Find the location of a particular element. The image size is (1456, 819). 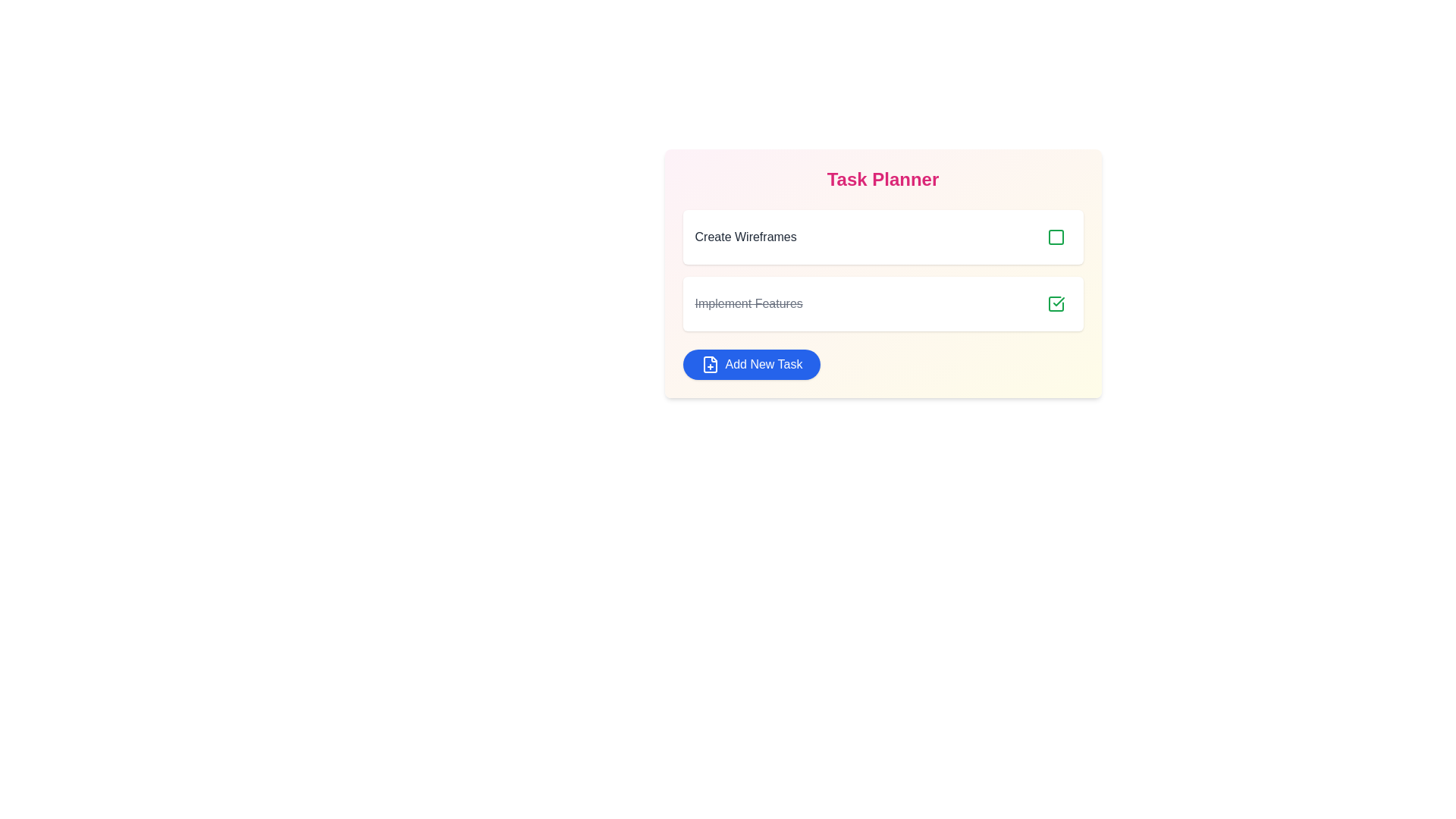

the 'Add Task' button located at the bottom of the 'Task Planner' task card is located at coordinates (752, 365).